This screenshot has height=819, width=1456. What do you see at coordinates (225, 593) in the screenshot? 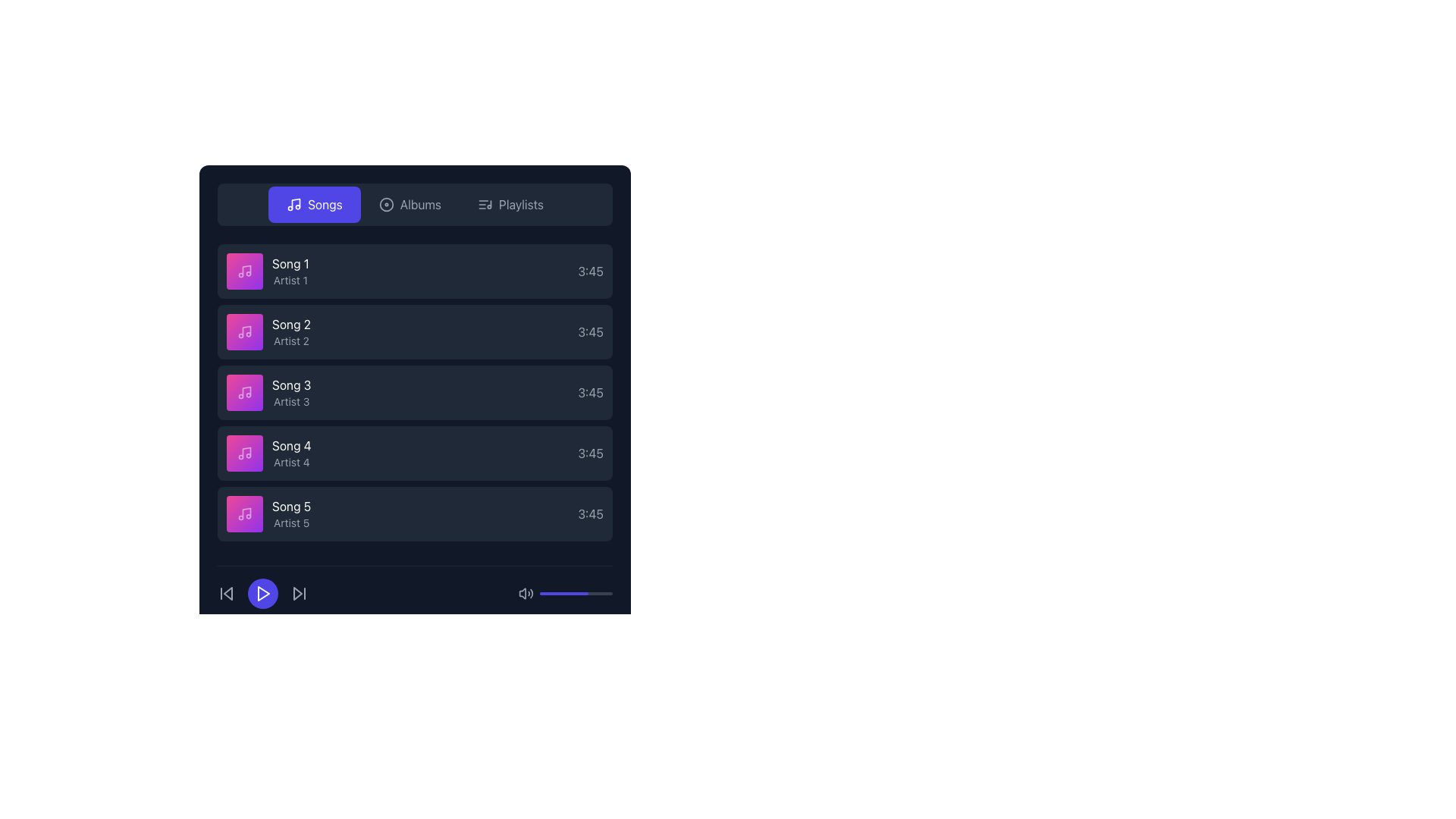
I see `the previous track button located in the bottom-left corner of the playback controls to change its icon color` at bounding box center [225, 593].